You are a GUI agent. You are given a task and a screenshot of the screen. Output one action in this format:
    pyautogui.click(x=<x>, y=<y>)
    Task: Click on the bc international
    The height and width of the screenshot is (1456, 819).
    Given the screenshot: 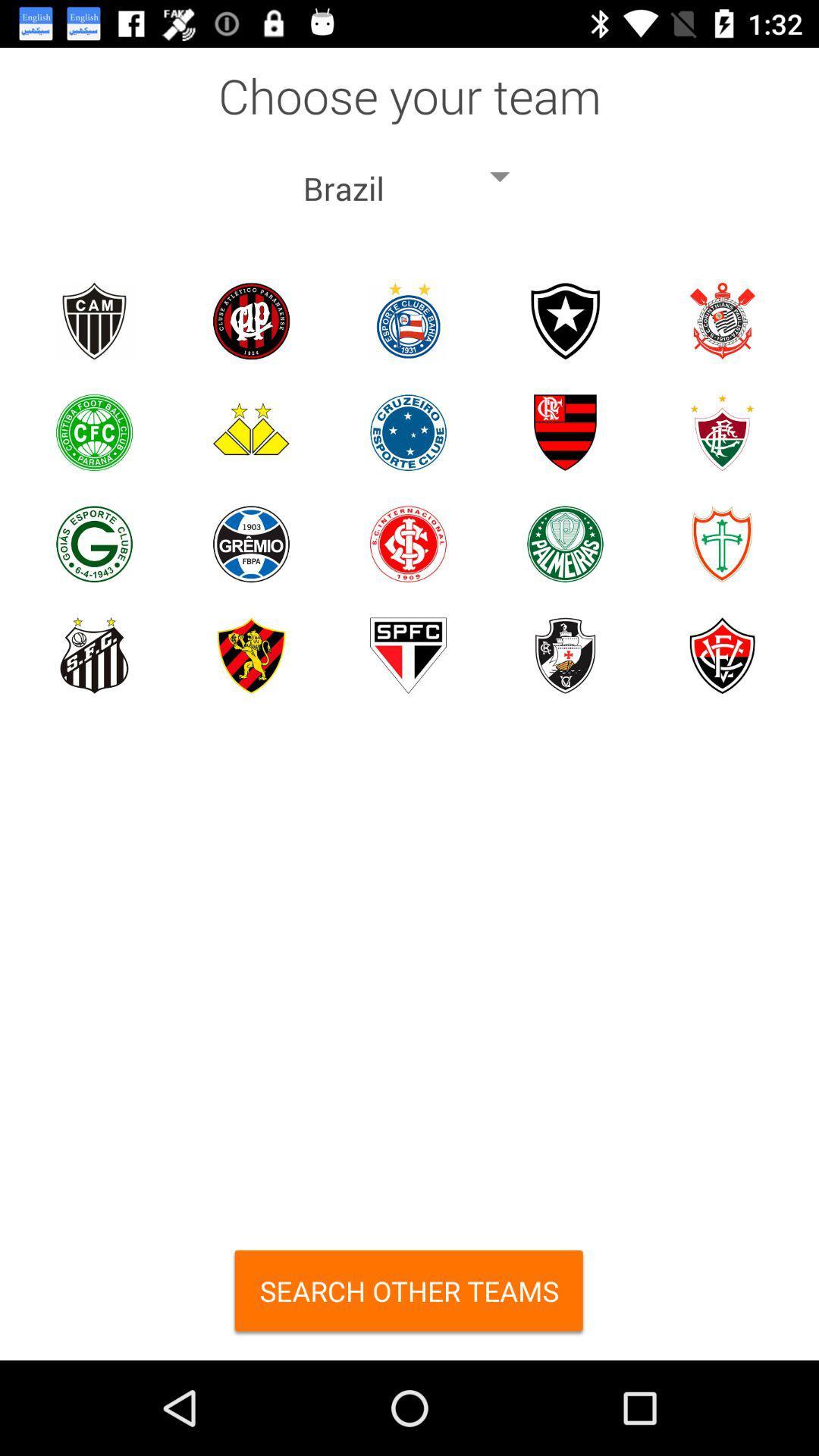 What is the action you would take?
    pyautogui.click(x=407, y=544)
    